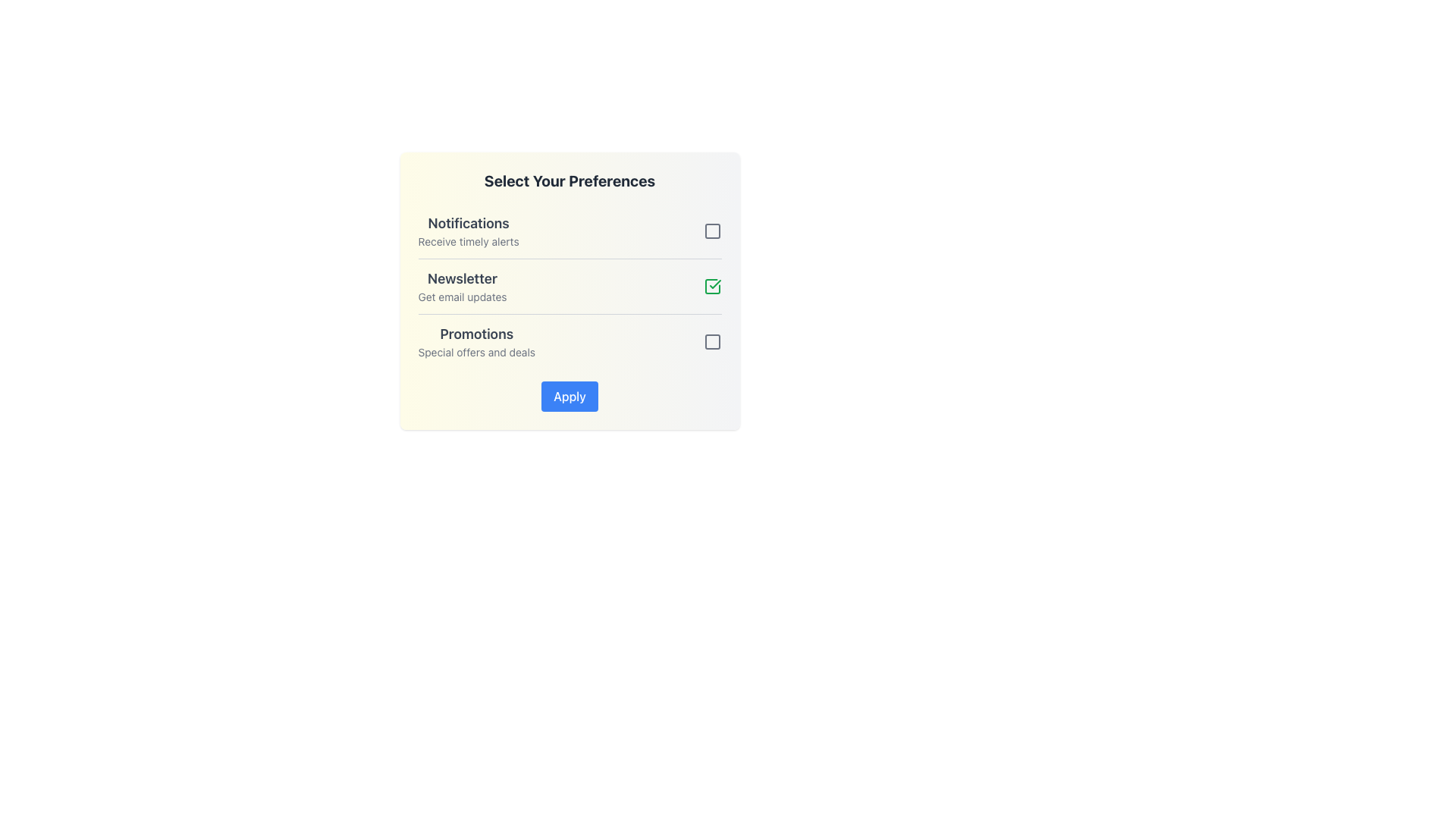  I want to click on the Text Block containing the heading 'Notifications' and the text 'Receive timely alerts', which is positioned at the top of a list of preferences in the modal, so click(468, 231).